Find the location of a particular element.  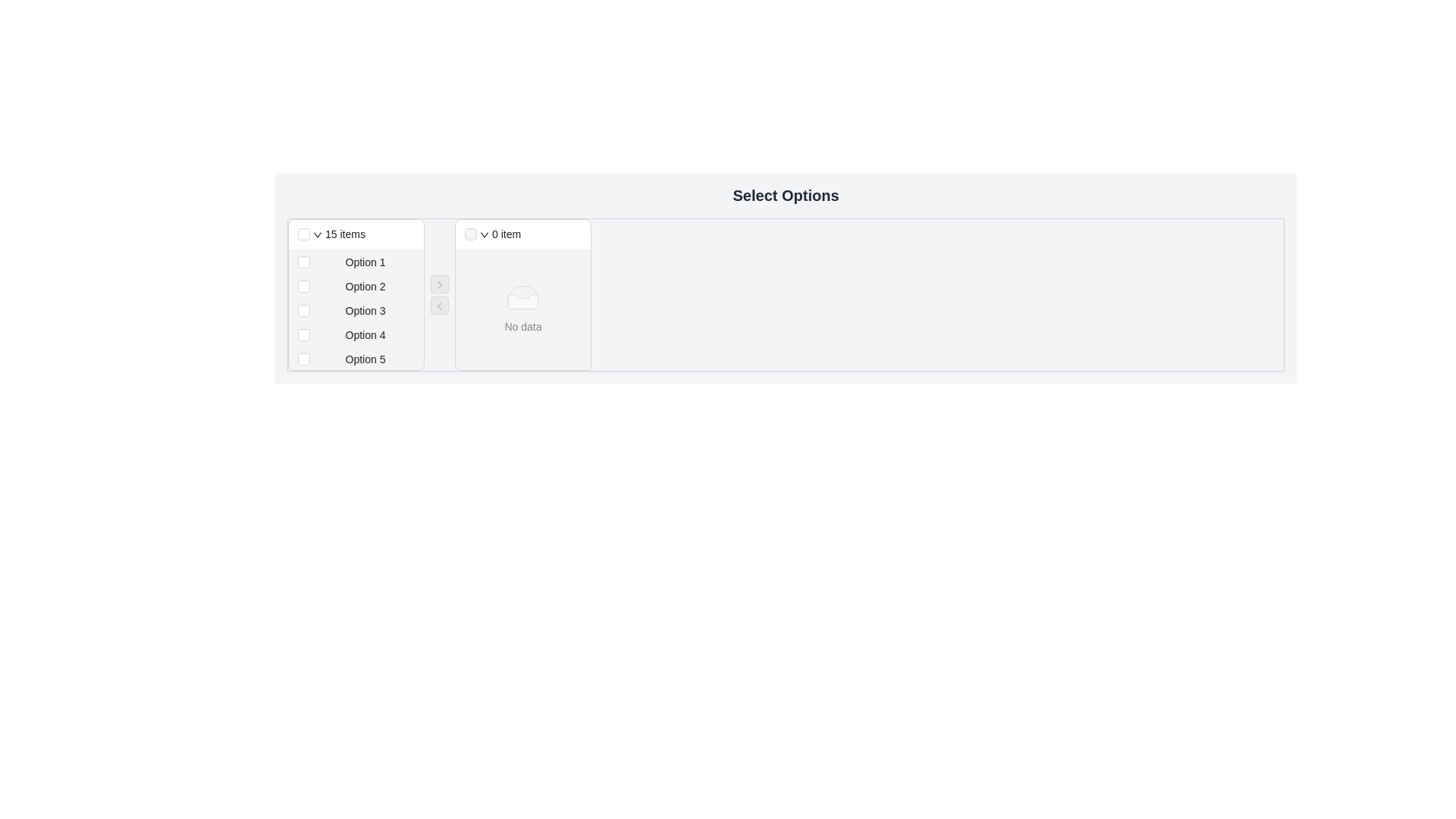

the checkbox in the header labeled '15 items' is located at coordinates (356, 234).